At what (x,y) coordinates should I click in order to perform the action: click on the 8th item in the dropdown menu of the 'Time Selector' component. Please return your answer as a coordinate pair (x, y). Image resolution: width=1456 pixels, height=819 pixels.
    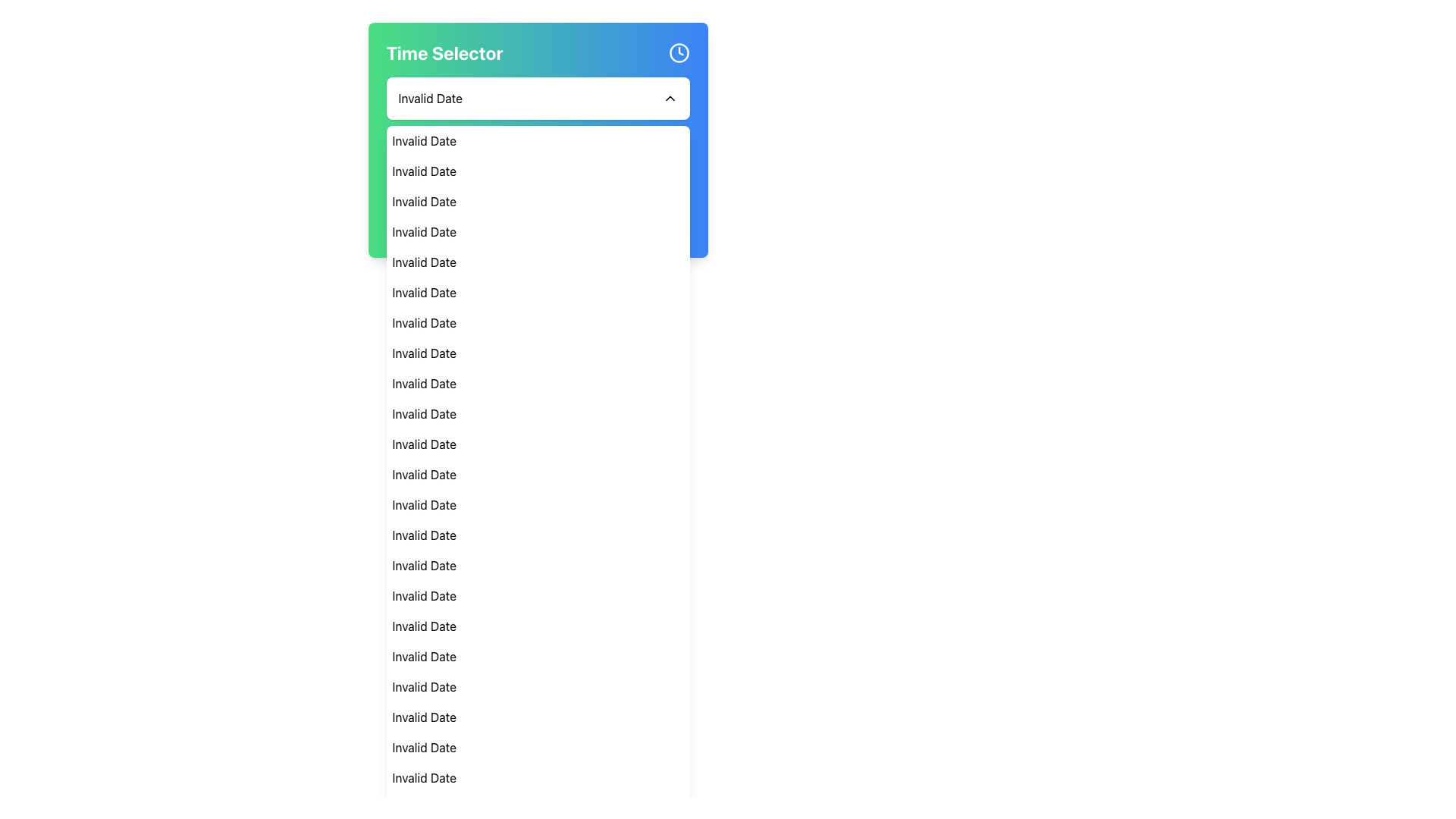
    Looking at the image, I should click on (538, 353).